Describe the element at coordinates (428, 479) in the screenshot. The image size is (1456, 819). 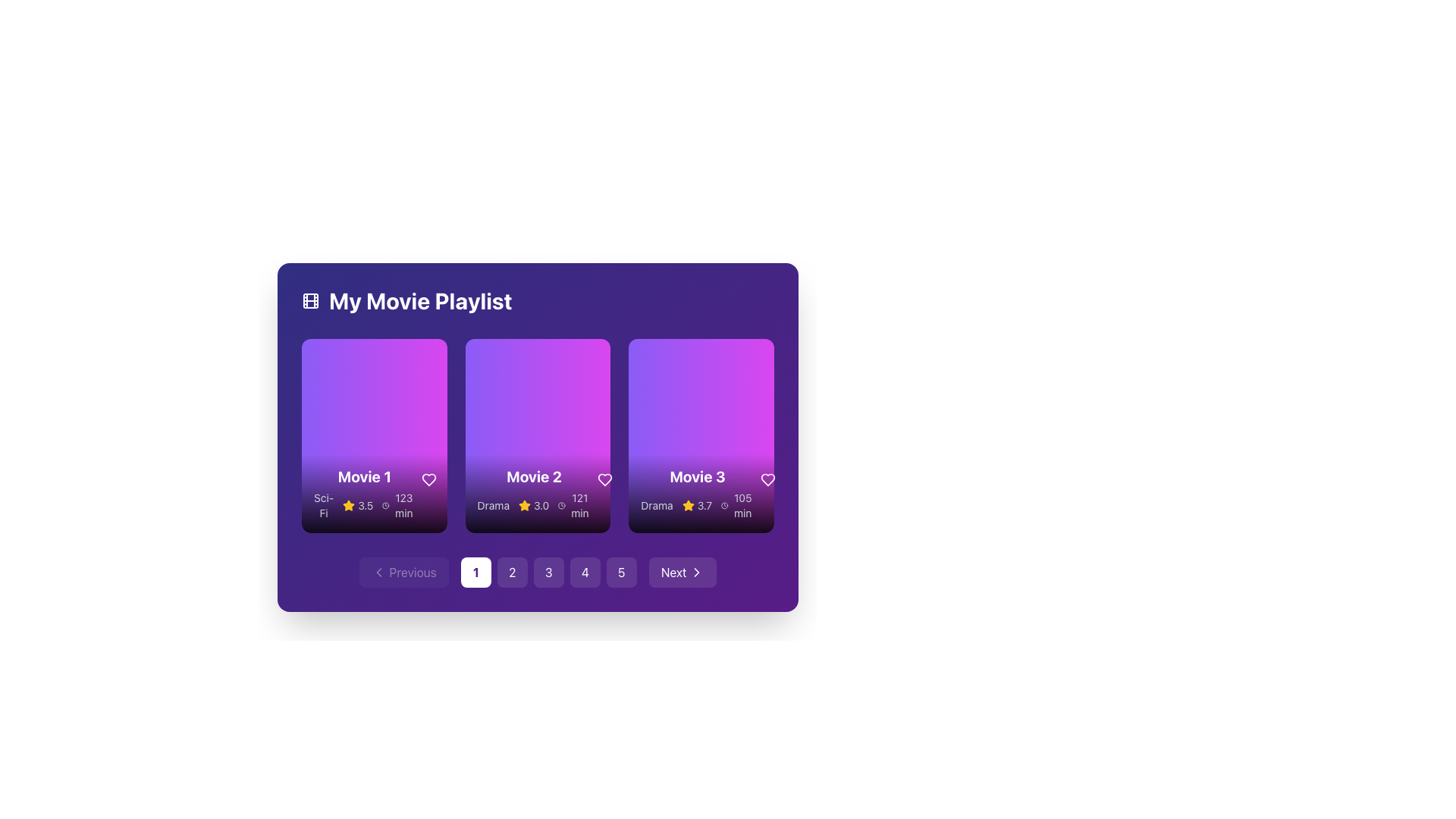
I see `the heart-shaped icon within the circular button located in the bottom-right corner of the Movie 1 card in the playlist to mark the item as favorite` at that location.